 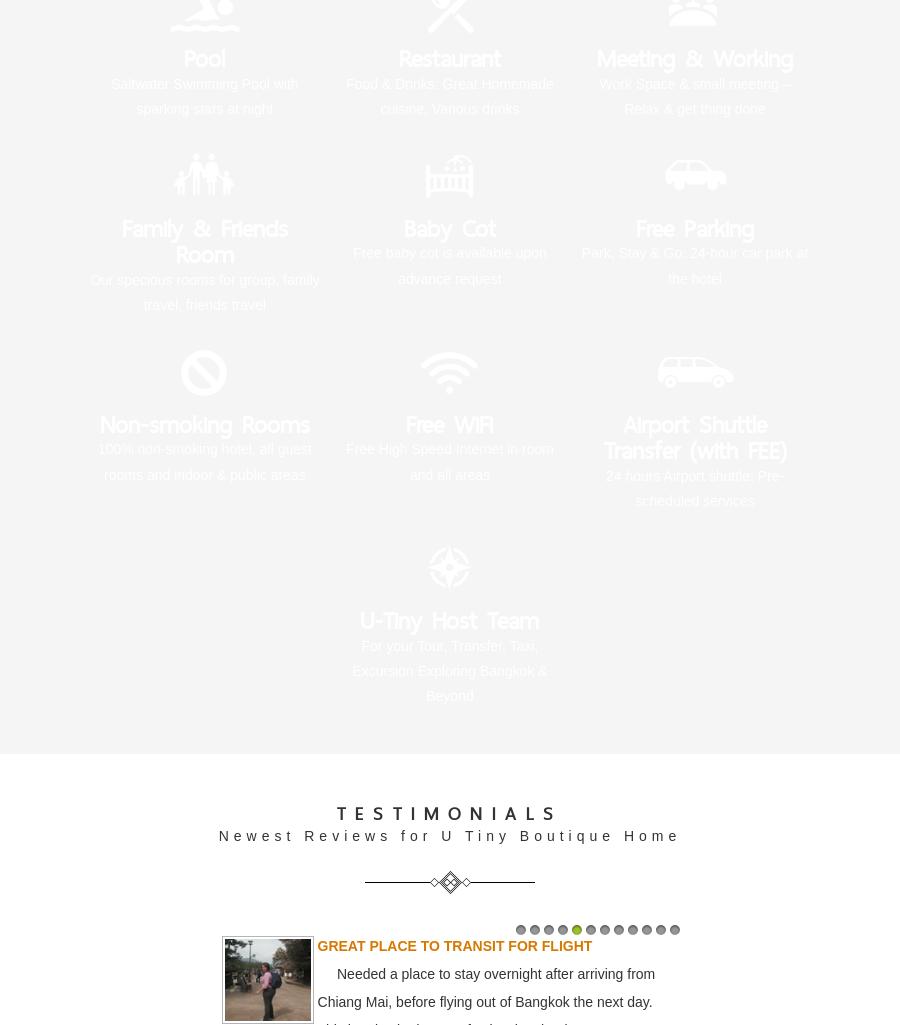 I want to click on 'TESTIMONIALS', so click(x=450, y=812).